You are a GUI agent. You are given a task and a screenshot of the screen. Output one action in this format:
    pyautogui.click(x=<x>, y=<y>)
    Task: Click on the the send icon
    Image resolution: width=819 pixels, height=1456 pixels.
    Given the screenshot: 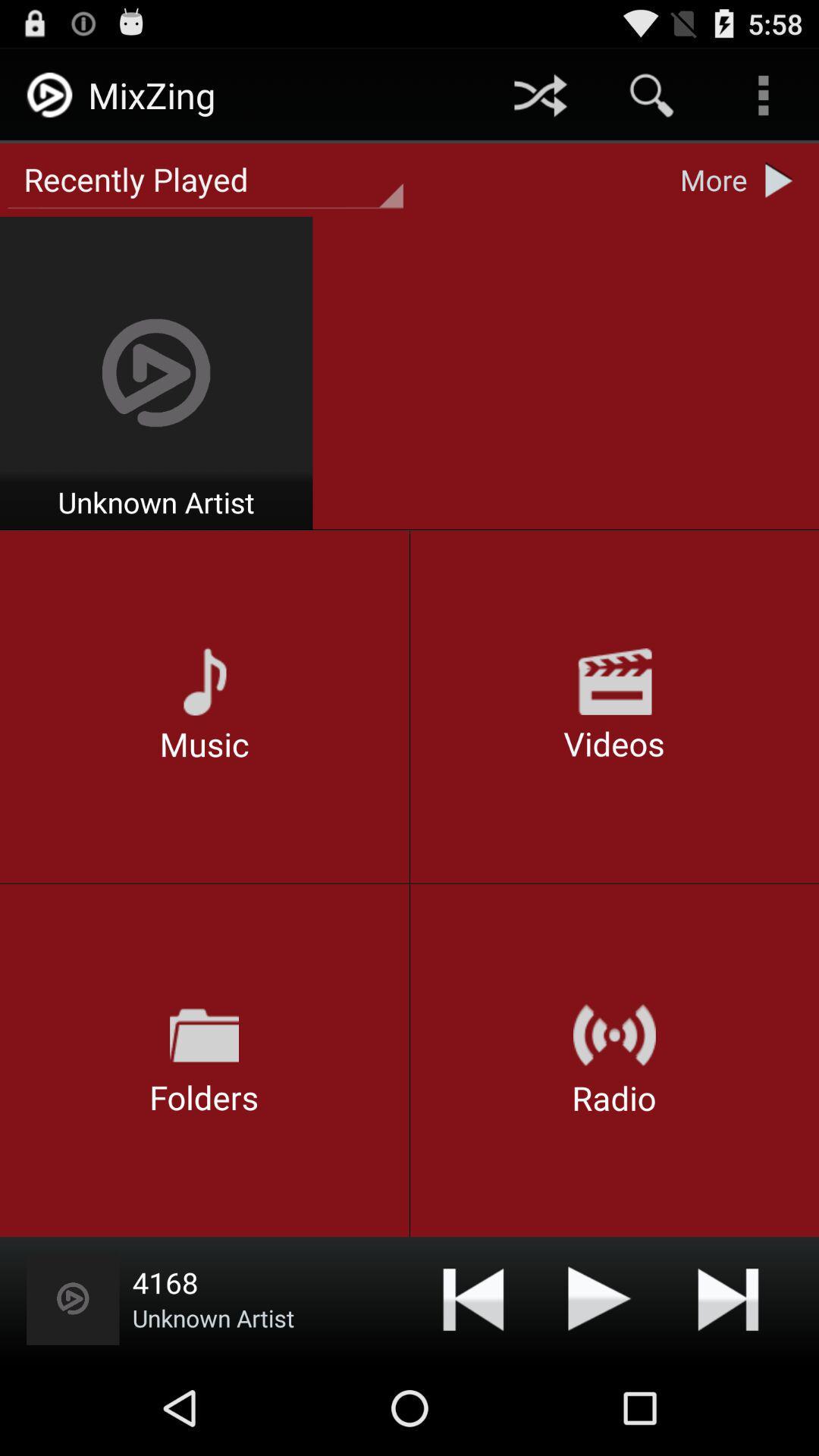 What is the action you would take?
    pyautogui.click(x=599, y=1389)
    